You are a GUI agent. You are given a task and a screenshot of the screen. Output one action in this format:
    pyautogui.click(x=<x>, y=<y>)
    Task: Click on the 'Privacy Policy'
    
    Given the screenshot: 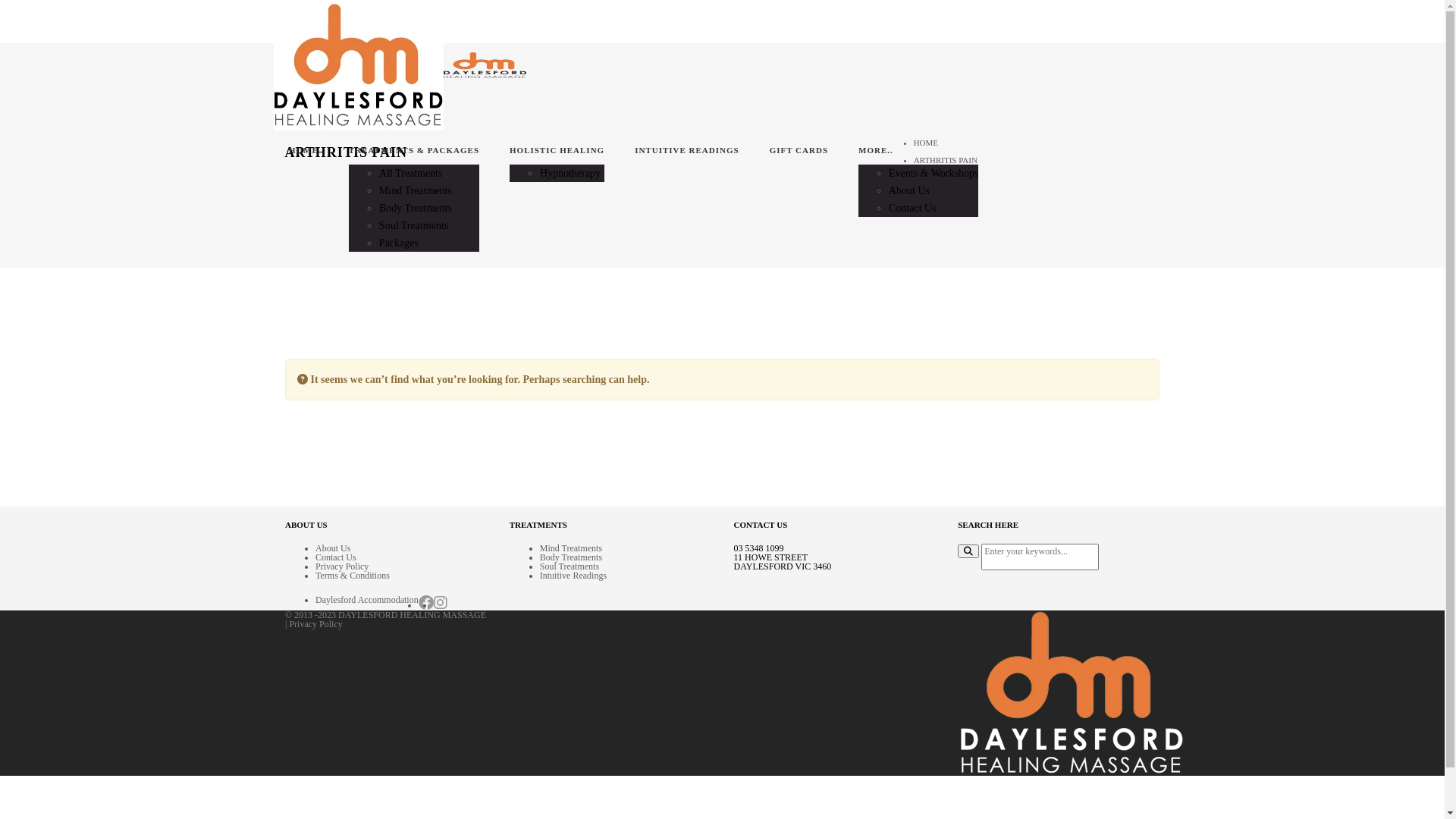 What is the action you would take?
    pyautogui.click(x=341, y=566)
    